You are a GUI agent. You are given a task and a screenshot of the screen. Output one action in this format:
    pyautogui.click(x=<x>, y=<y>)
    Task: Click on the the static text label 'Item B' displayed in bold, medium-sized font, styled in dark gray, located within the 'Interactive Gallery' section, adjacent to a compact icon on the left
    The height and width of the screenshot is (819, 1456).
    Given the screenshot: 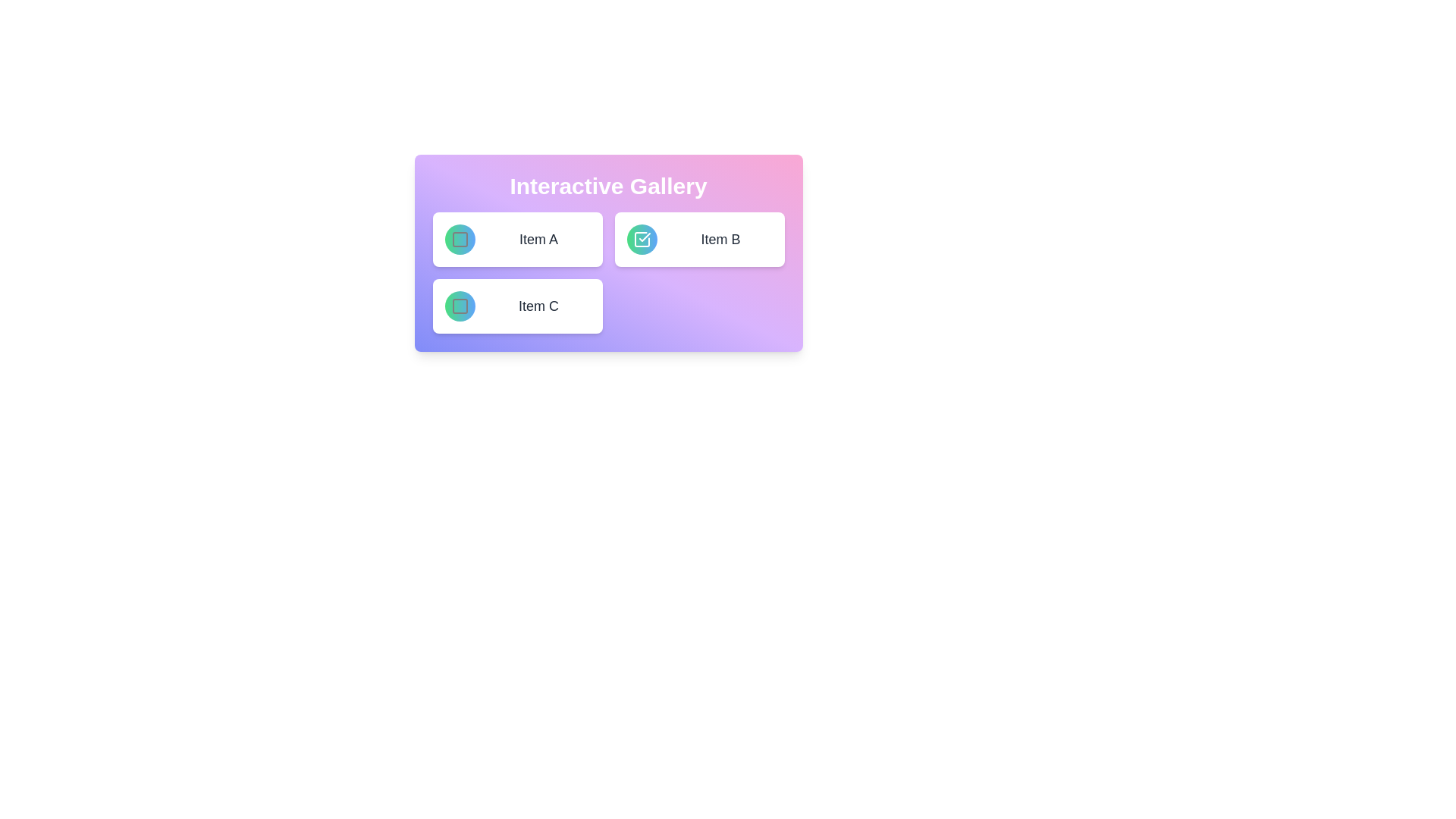 What is the action you would take?
    pyautogui.click(x=720, y=239)
    